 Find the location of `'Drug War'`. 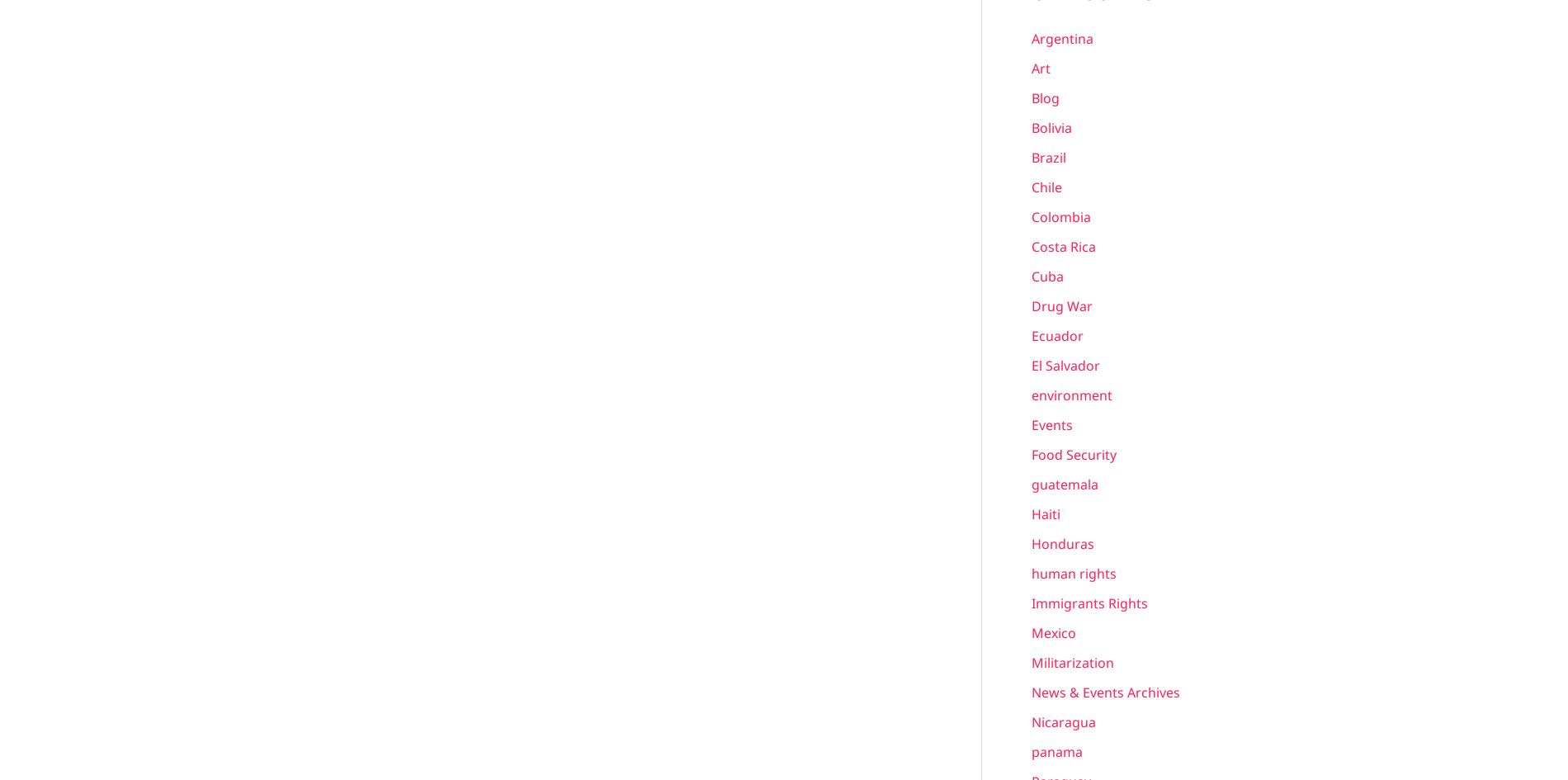

'Drug War' is located at coordinates (1061, 305).